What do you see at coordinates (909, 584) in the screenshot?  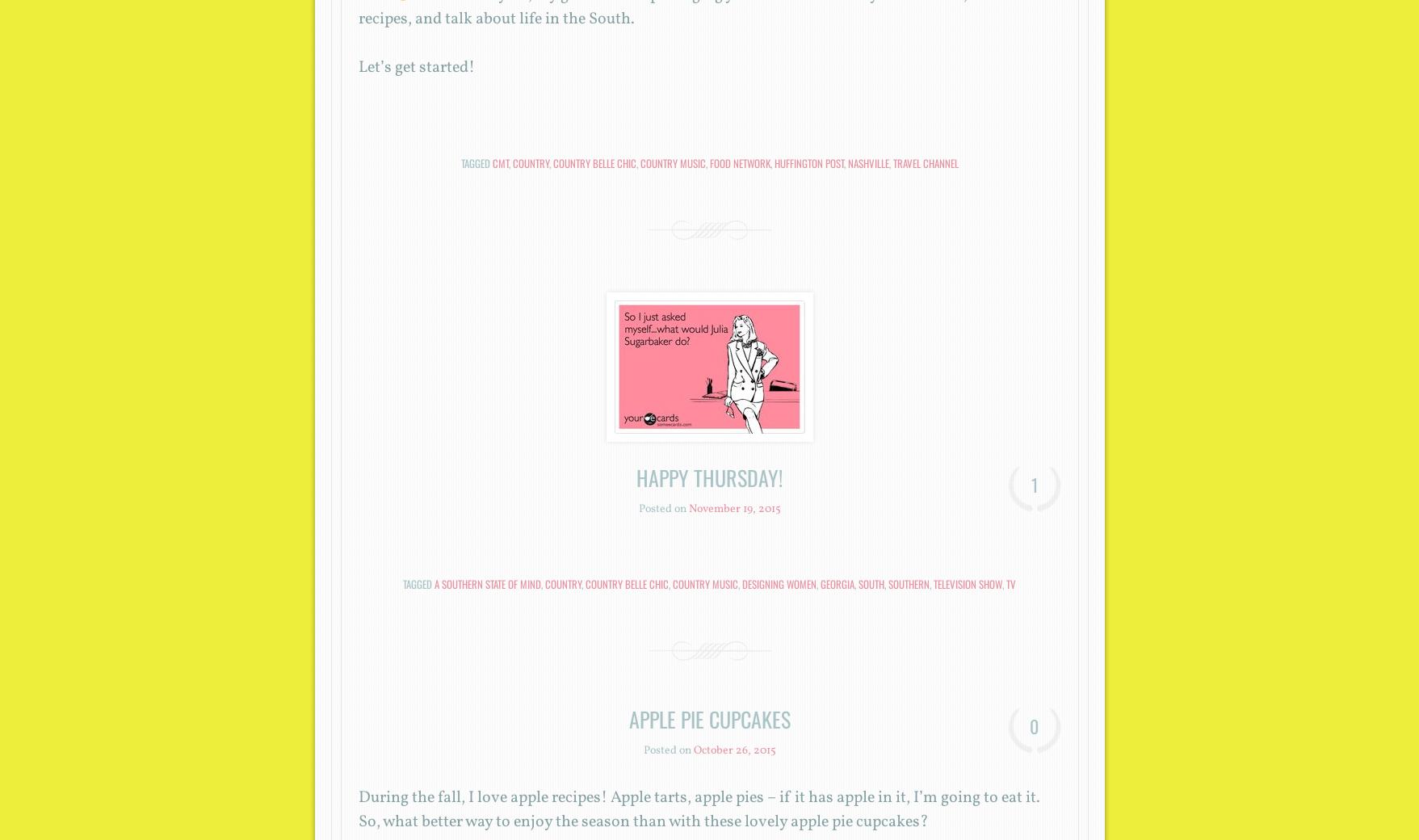 I see `'southern'` at bounding box center [909, 584].